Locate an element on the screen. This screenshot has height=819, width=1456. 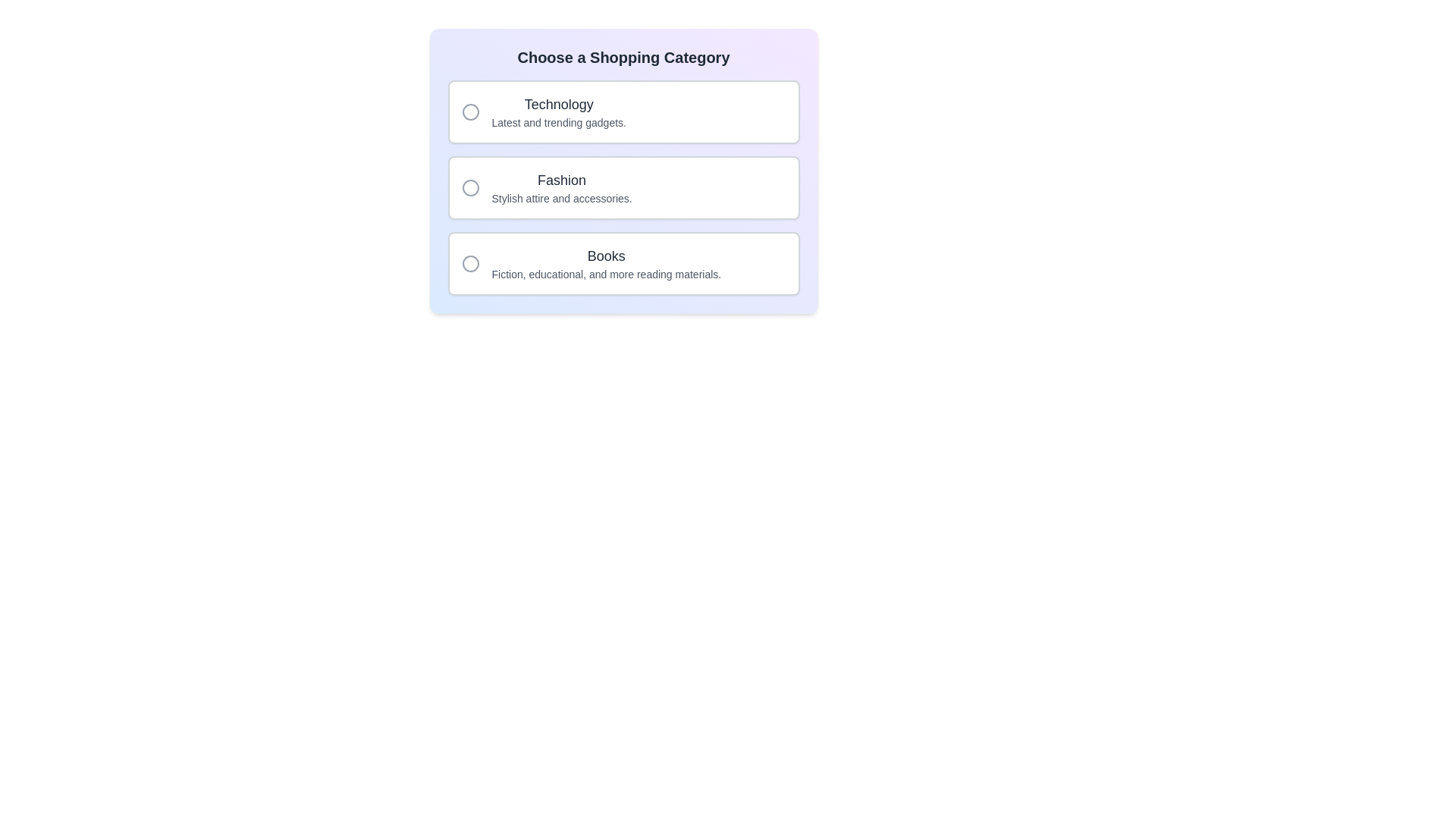
the circular radio button indicator for the option 'Books', which is the third radio button in the list of categories is located at coordinates (469, 262).